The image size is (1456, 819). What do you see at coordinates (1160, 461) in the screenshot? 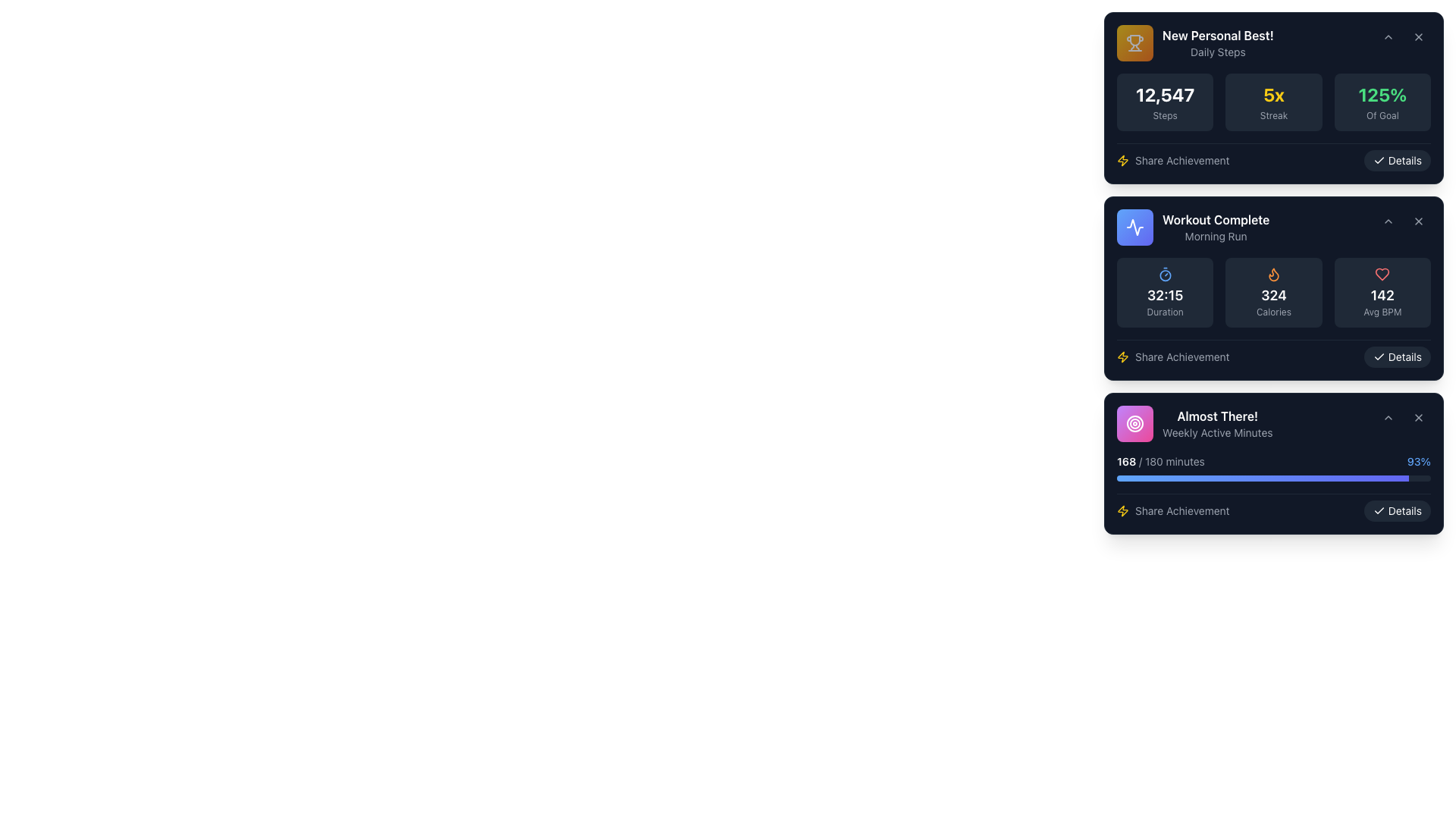
I see `the text label indicating the progress of weekly active minutes, which displays '168' out of '180', located at the bottom-most card of the vertical stack, near the top-left corner adjacent to a progress bar and a percentage value ('93%')` at bounding box center [1160, 461].